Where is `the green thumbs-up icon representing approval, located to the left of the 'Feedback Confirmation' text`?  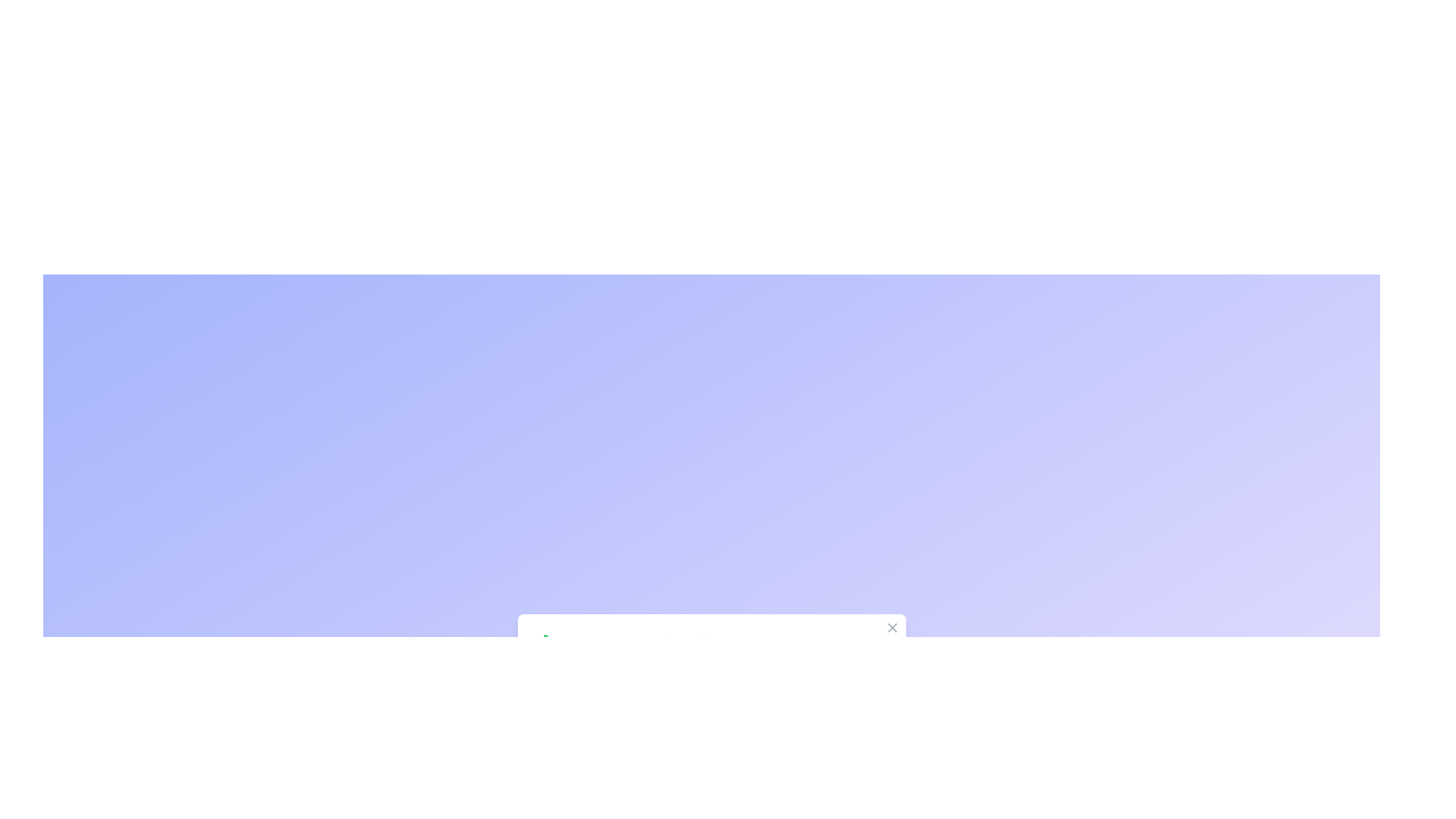 the green thumbs-up icon representing approval, located to the left of the 'Feedback Confirmation' text is located at coordinates (544, 643).